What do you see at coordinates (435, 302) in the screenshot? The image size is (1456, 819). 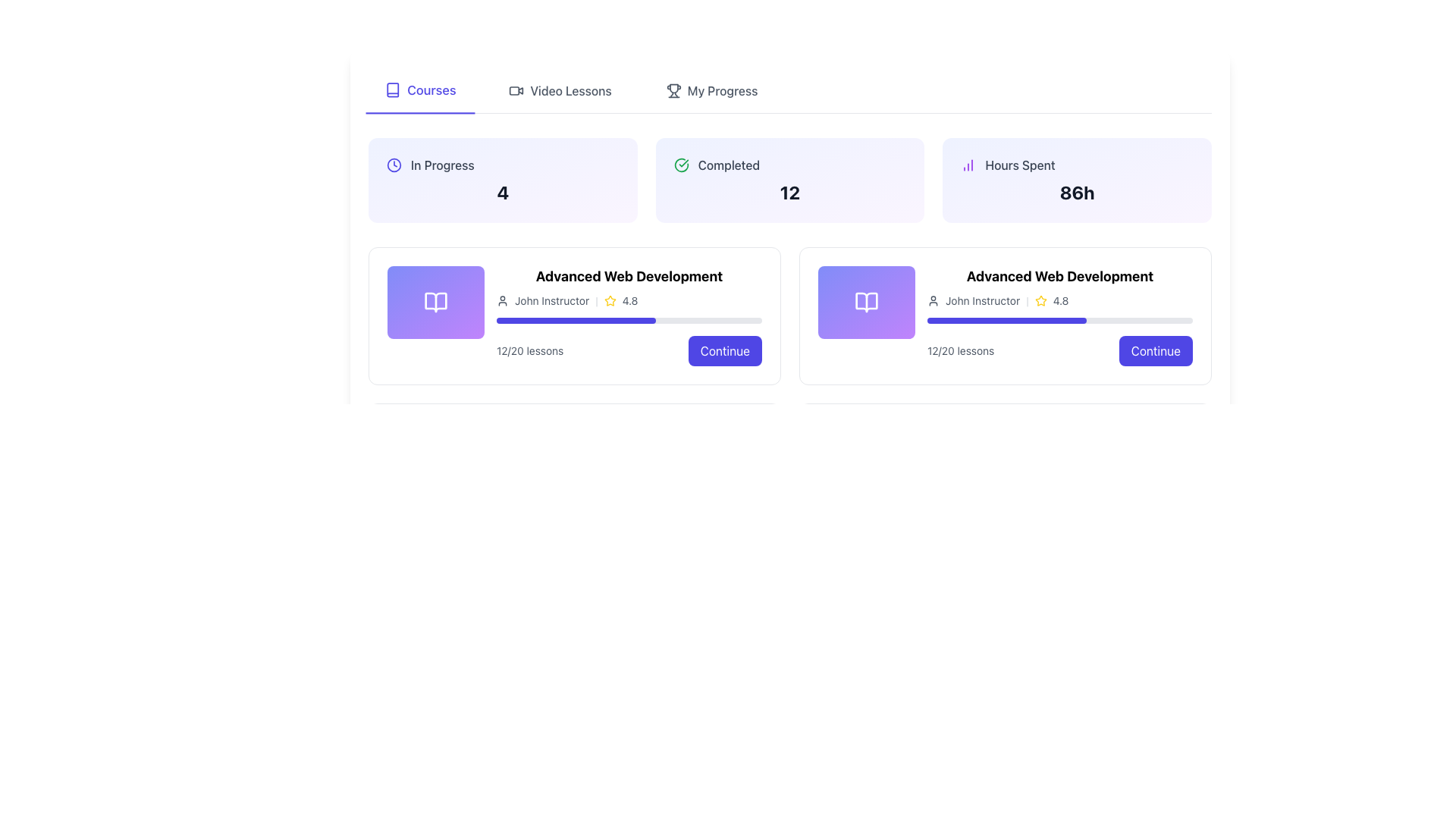 I see `the SVG icon representing 'Advanced Web Development' located in the left card with a gradient purple background, positioned below the 'In Progress' section of the dashboard` at bounding box center [435, 302].